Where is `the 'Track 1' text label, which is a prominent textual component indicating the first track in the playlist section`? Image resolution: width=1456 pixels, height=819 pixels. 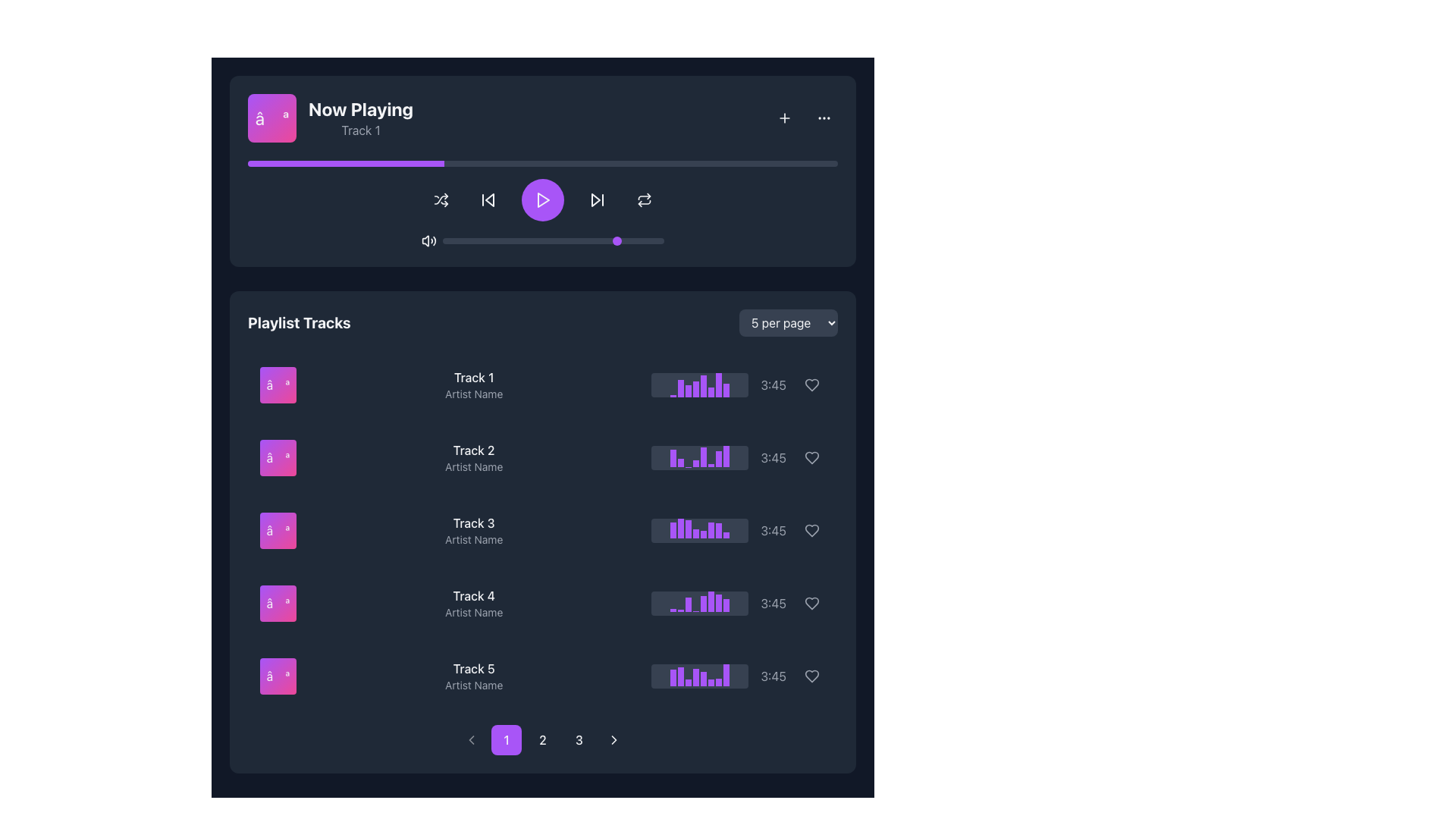 the 'Track 1' text label, which is a prominent textual component indicating the first track in the playlist section is located at coordinates (473, 376).